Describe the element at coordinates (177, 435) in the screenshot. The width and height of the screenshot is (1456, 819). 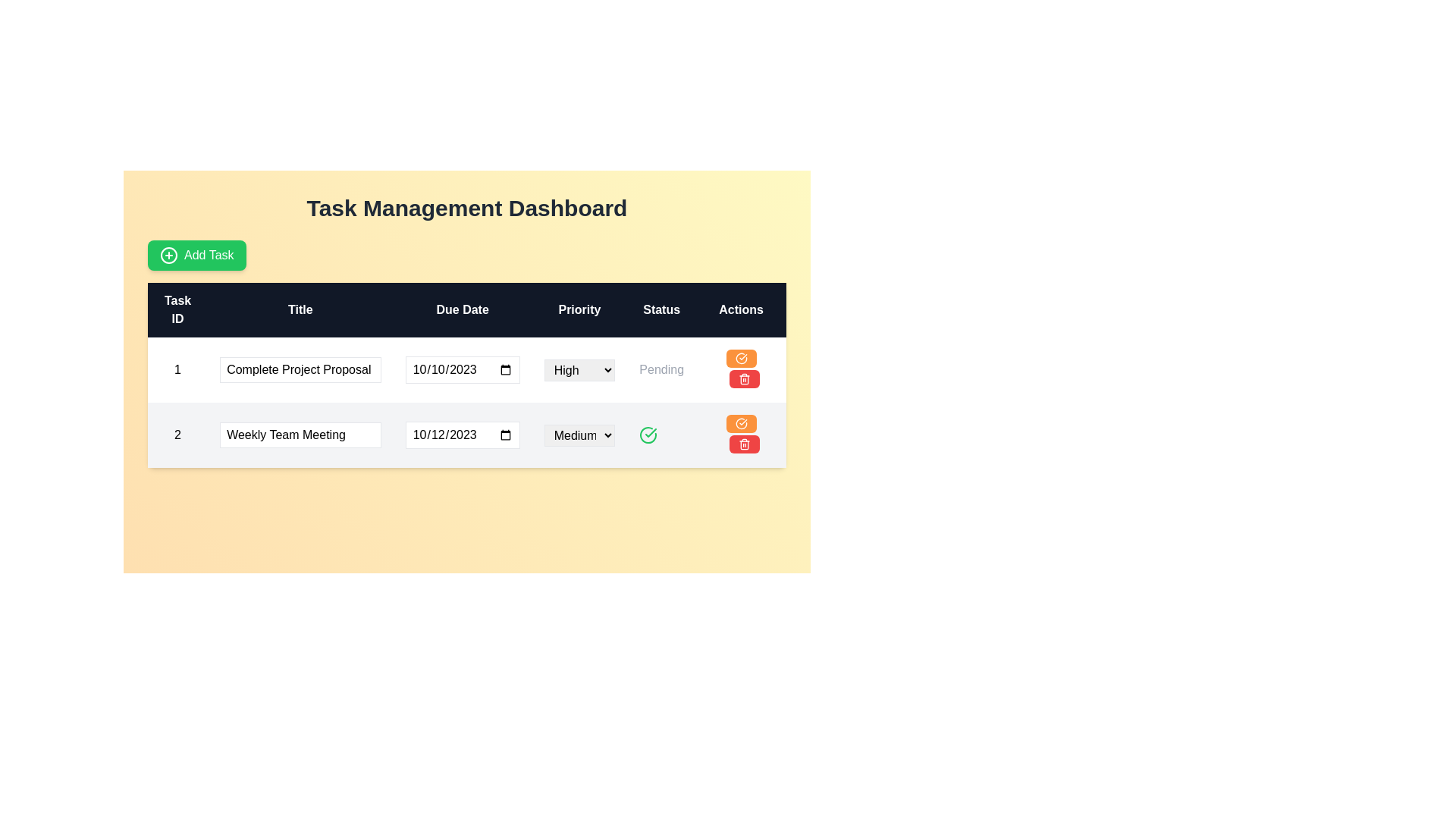
I see `the numeral '2' in the 'Task ID' column of the task management interface` at that location.